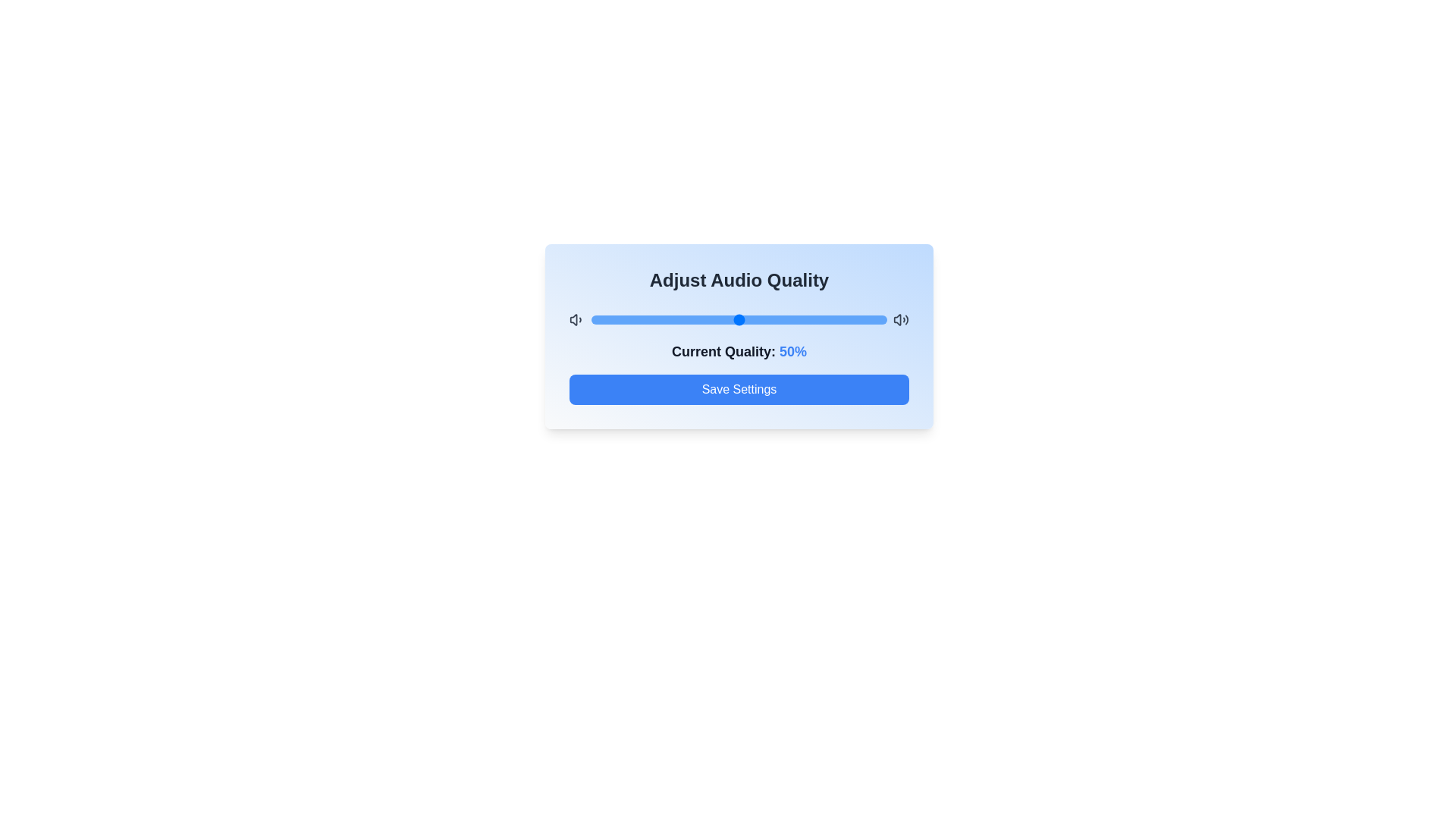 This screenshot has width=1456, height=819. Describe the element at coordinates (836, 318) in the screenshot. I see `the audio quality to 83% by dragging the slider` at that location.